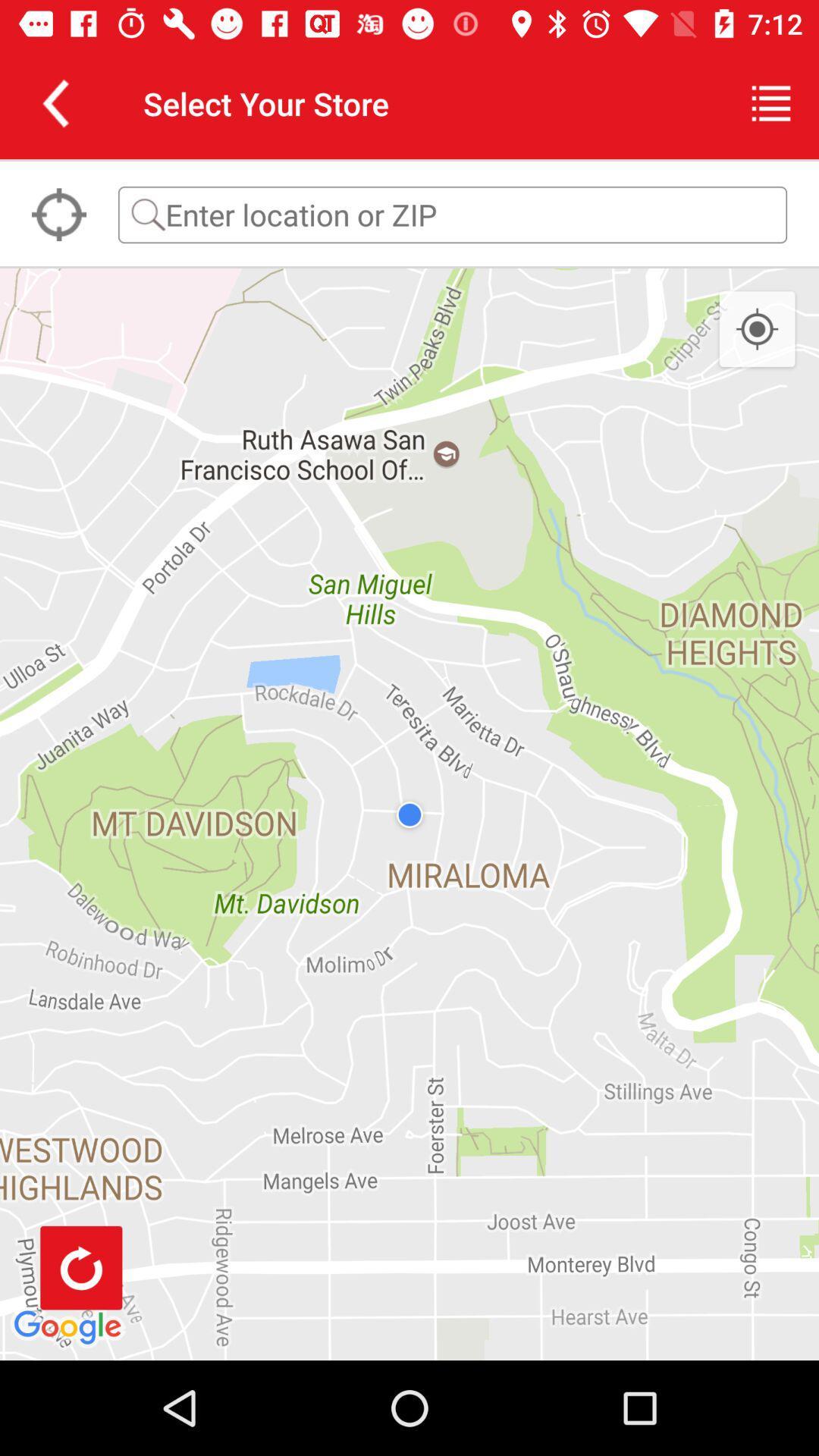  What do you see at coordinates (58, 214) in the screenshot?
I see `the location_crosshair icon` at bounding box center [58, 214].